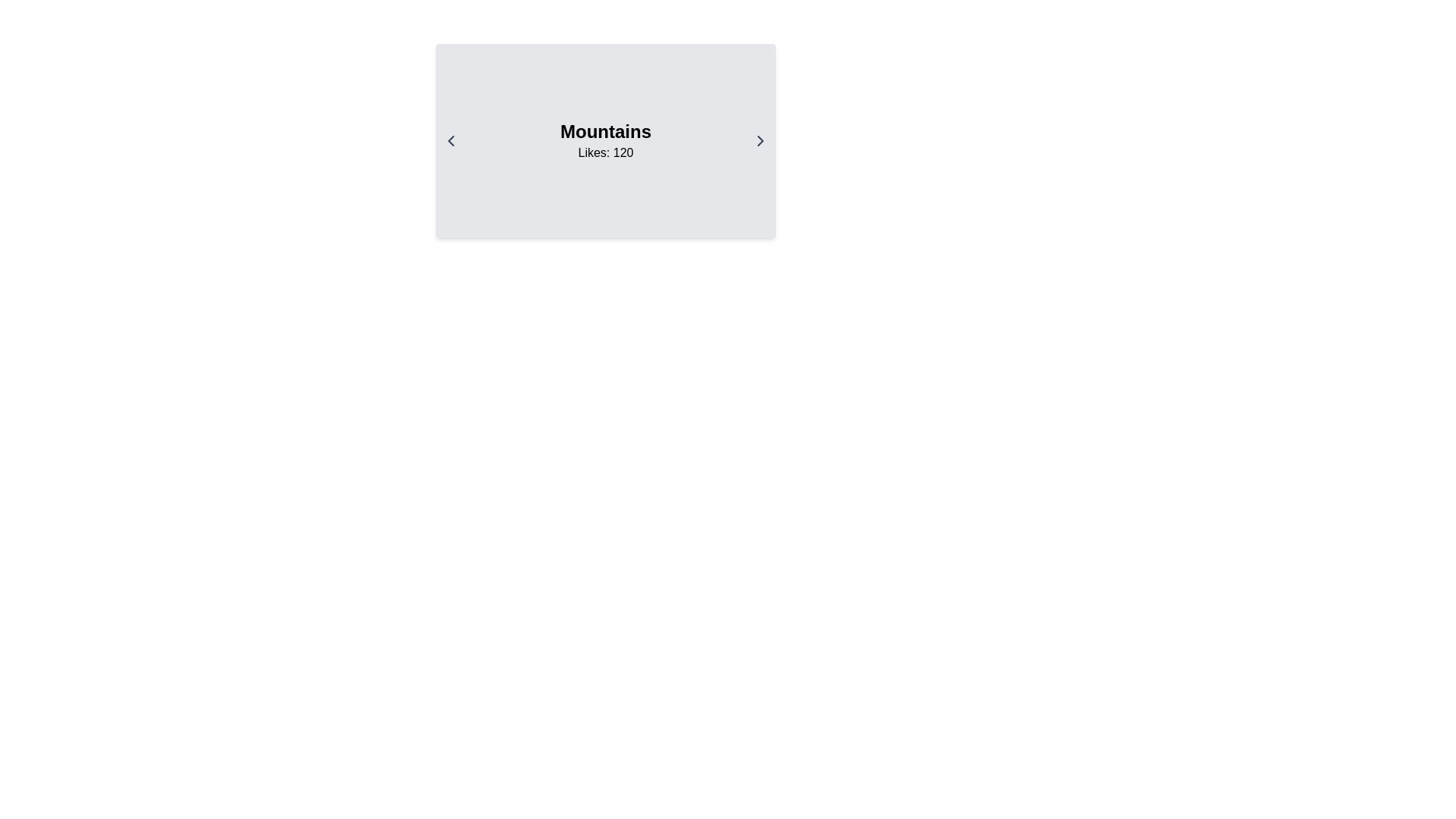 The height and width of the screenshot is (819, 1456). Describe the element at coordinates (450, 140) in the screenshot. I see `the Icon (Chevron Left) located to the left of the text 'Mountains'` at that location.